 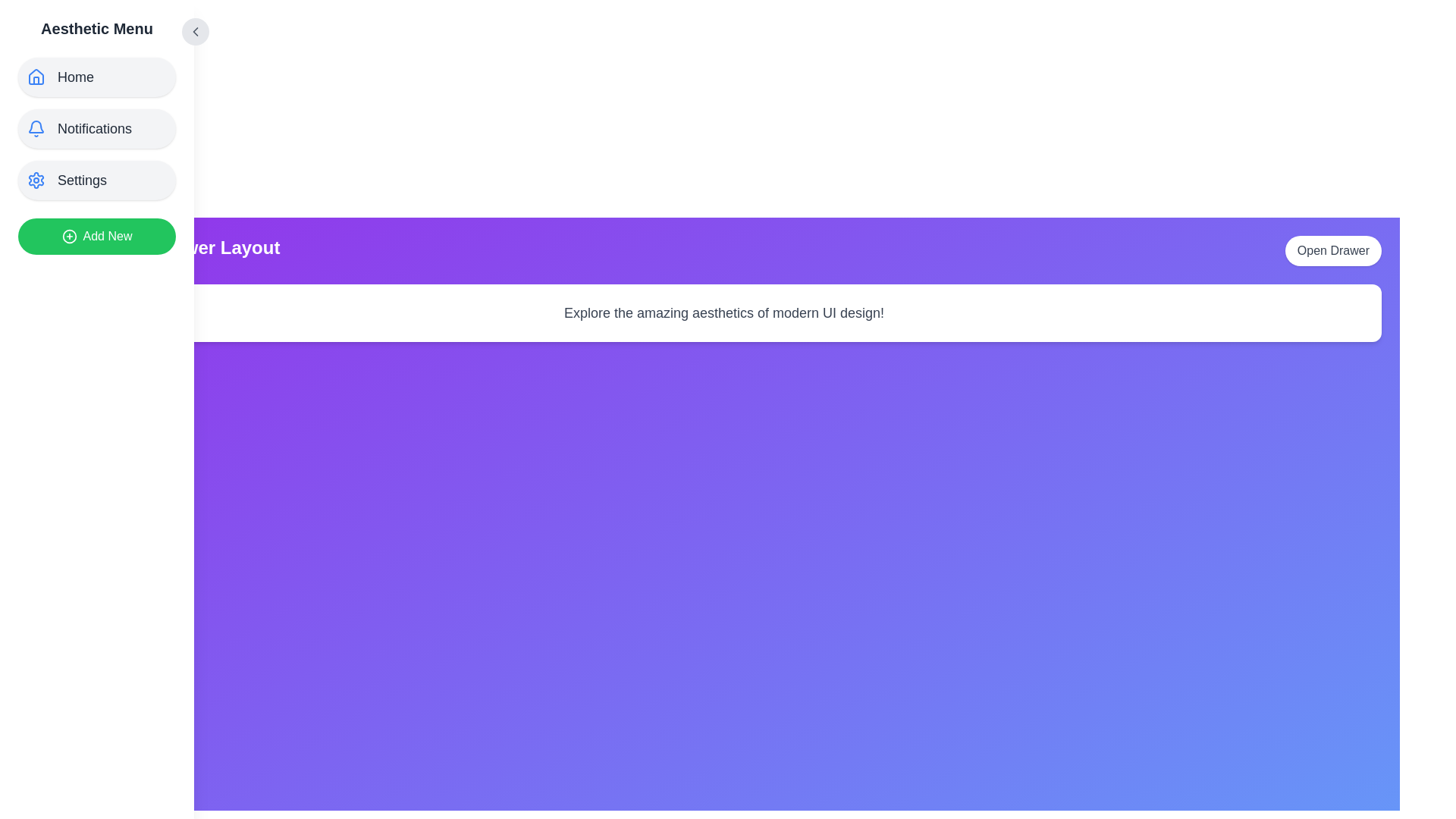 I want to click on the Home navigation button located at the top of the menu list, so click(x=96, y=77).